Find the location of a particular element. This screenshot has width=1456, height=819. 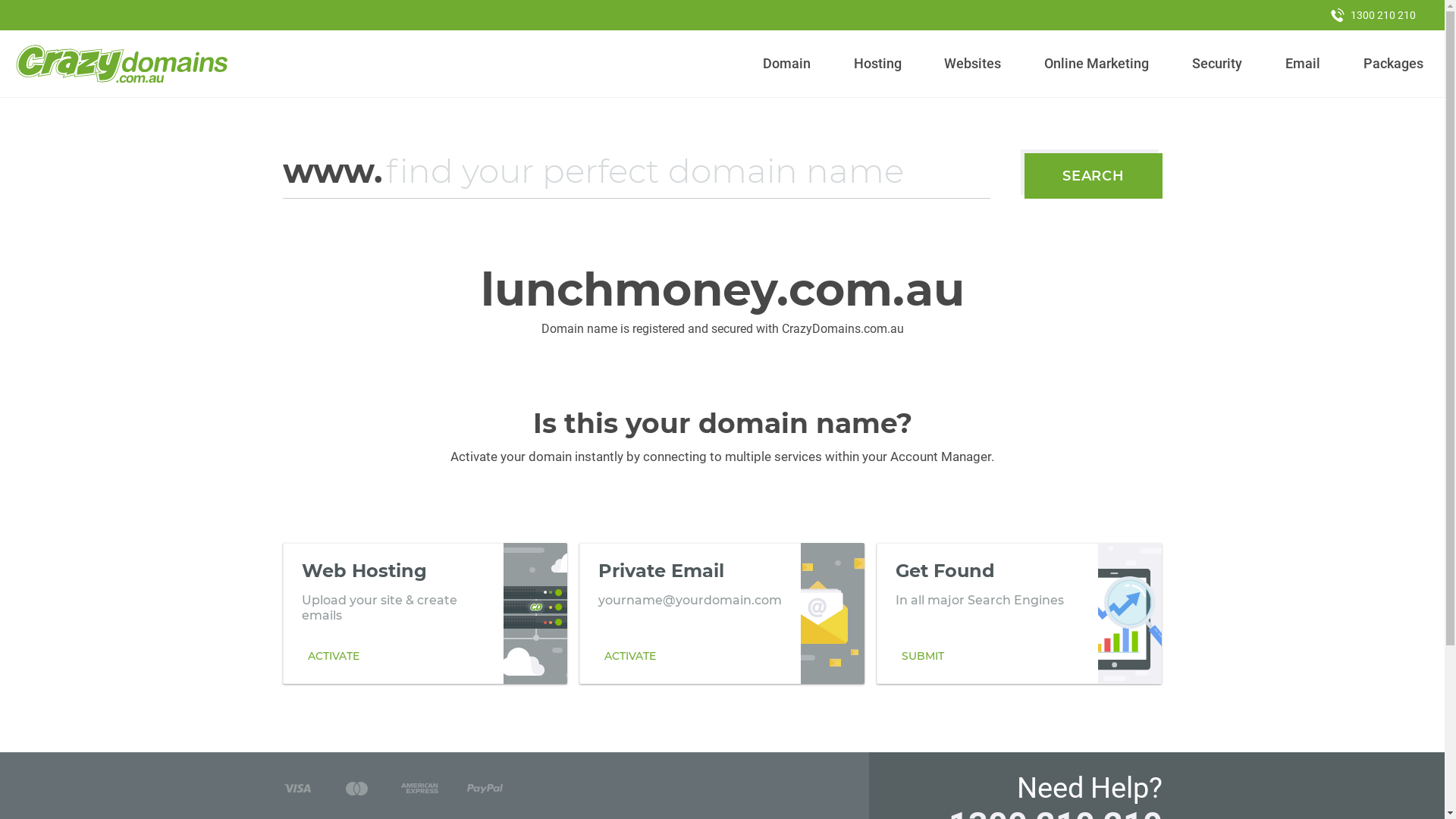

'1300 210 210' is located at coordinates (1373, 14).